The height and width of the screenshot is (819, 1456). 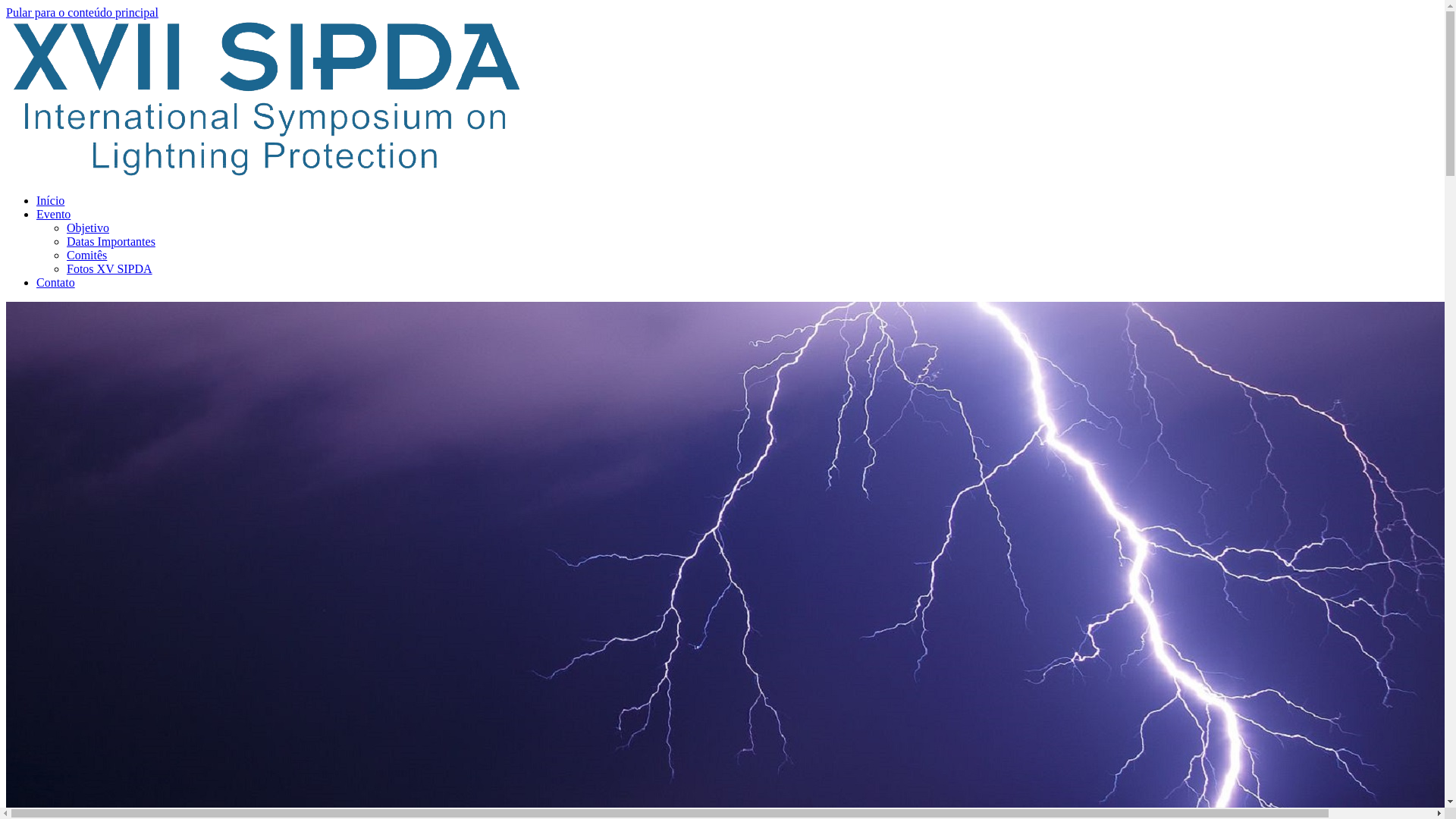 I want to click on 'Fotos XV SIPDA', so click(x=108, y=268).